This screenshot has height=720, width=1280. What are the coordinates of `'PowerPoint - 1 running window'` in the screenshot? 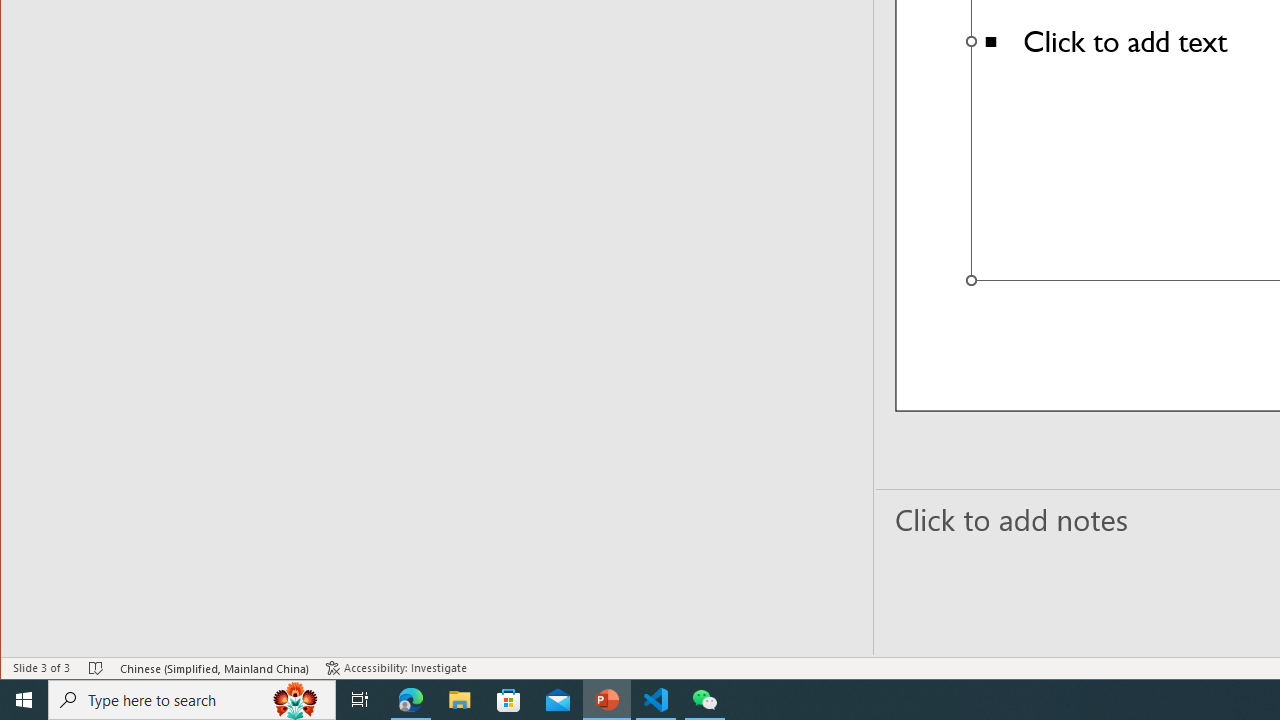 It's located at (606, 698).